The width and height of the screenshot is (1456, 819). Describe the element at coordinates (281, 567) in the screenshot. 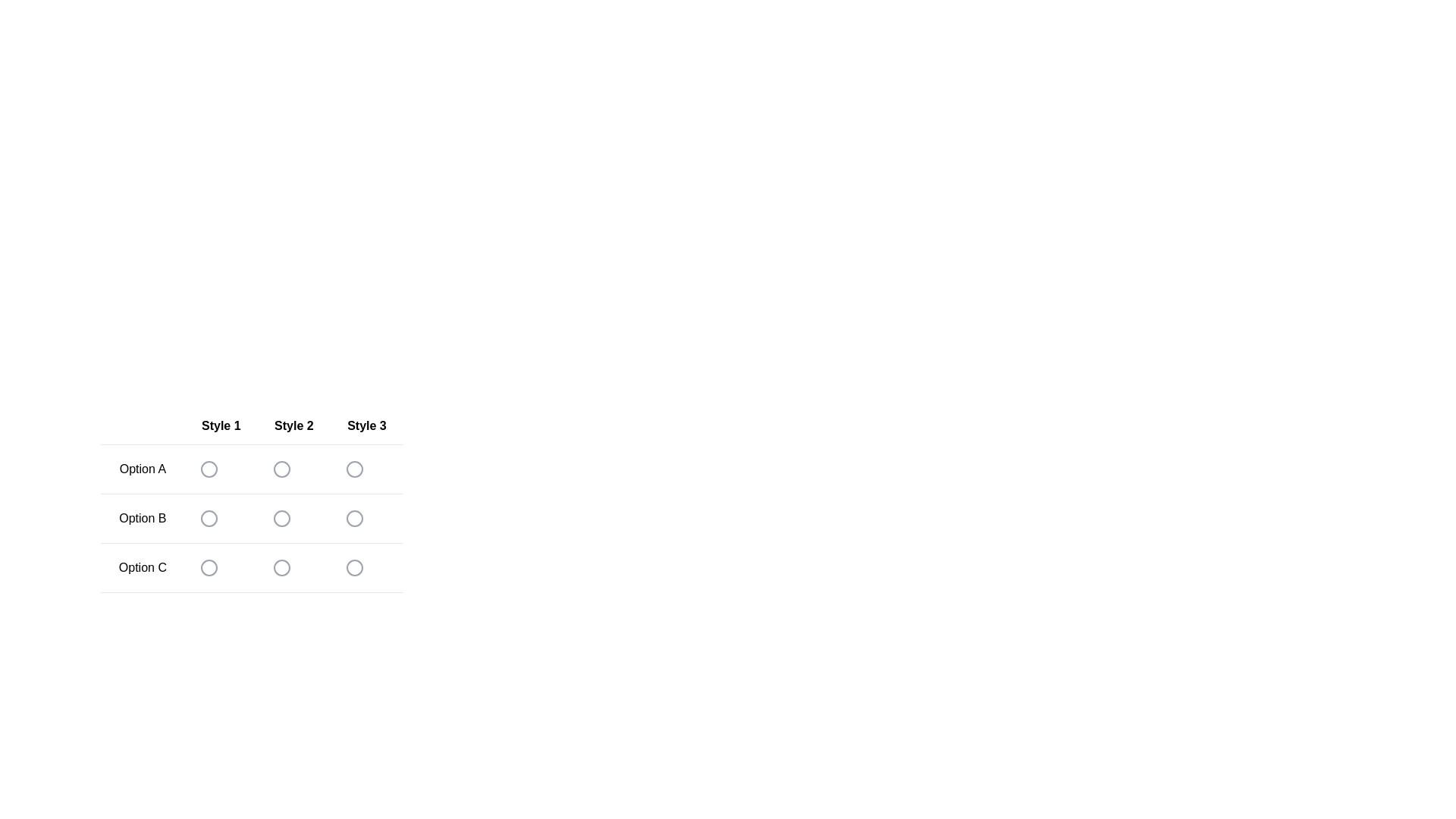

I see `the interactive radio button for 'Style 2' and 'Option C'` at that location.